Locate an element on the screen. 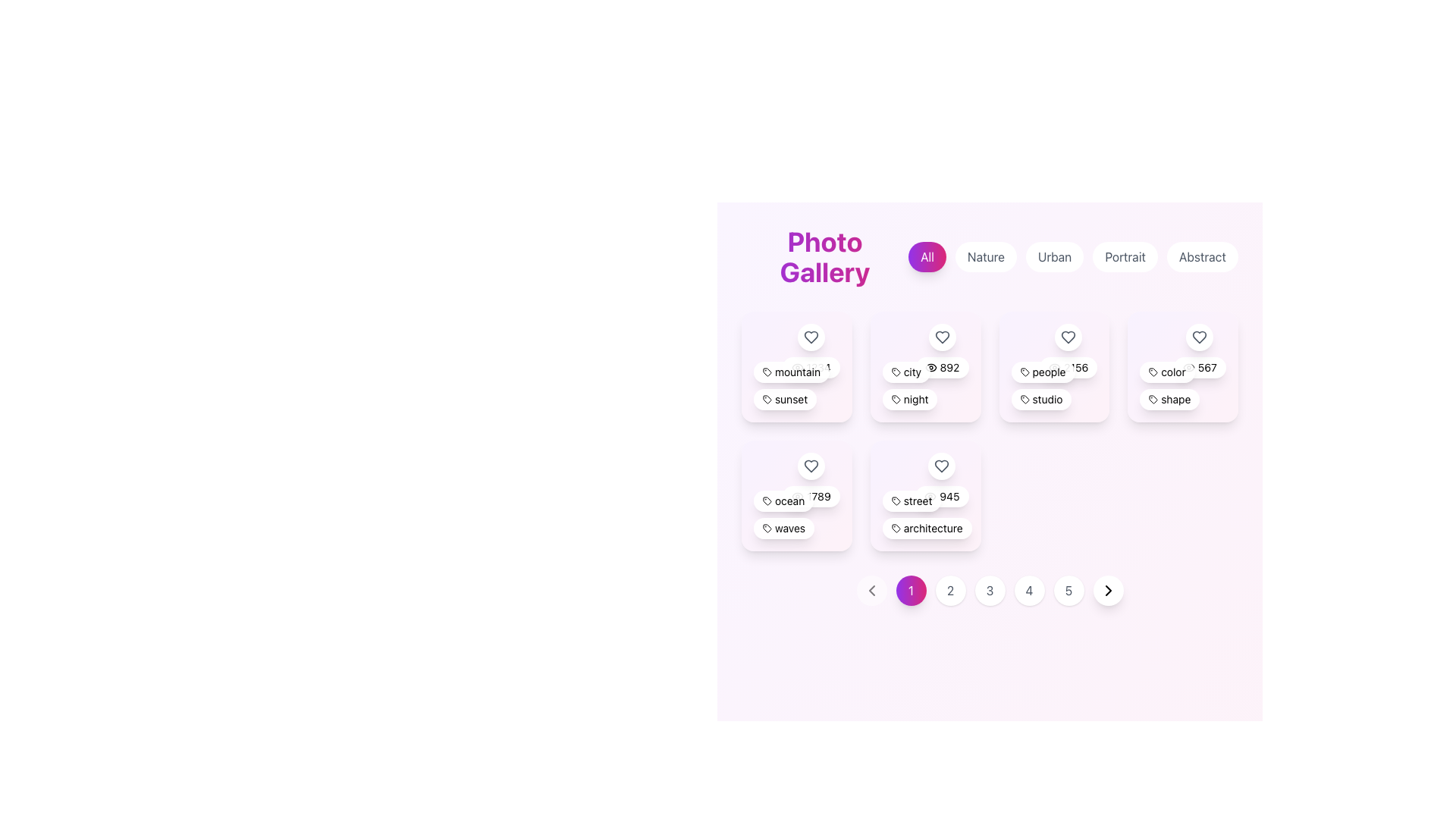 The height and width of the screenshot is (819, 1456). the 'previous page' navigation button located in the pagination control at the bottom right of the interface is located at coordinates (871, 589).